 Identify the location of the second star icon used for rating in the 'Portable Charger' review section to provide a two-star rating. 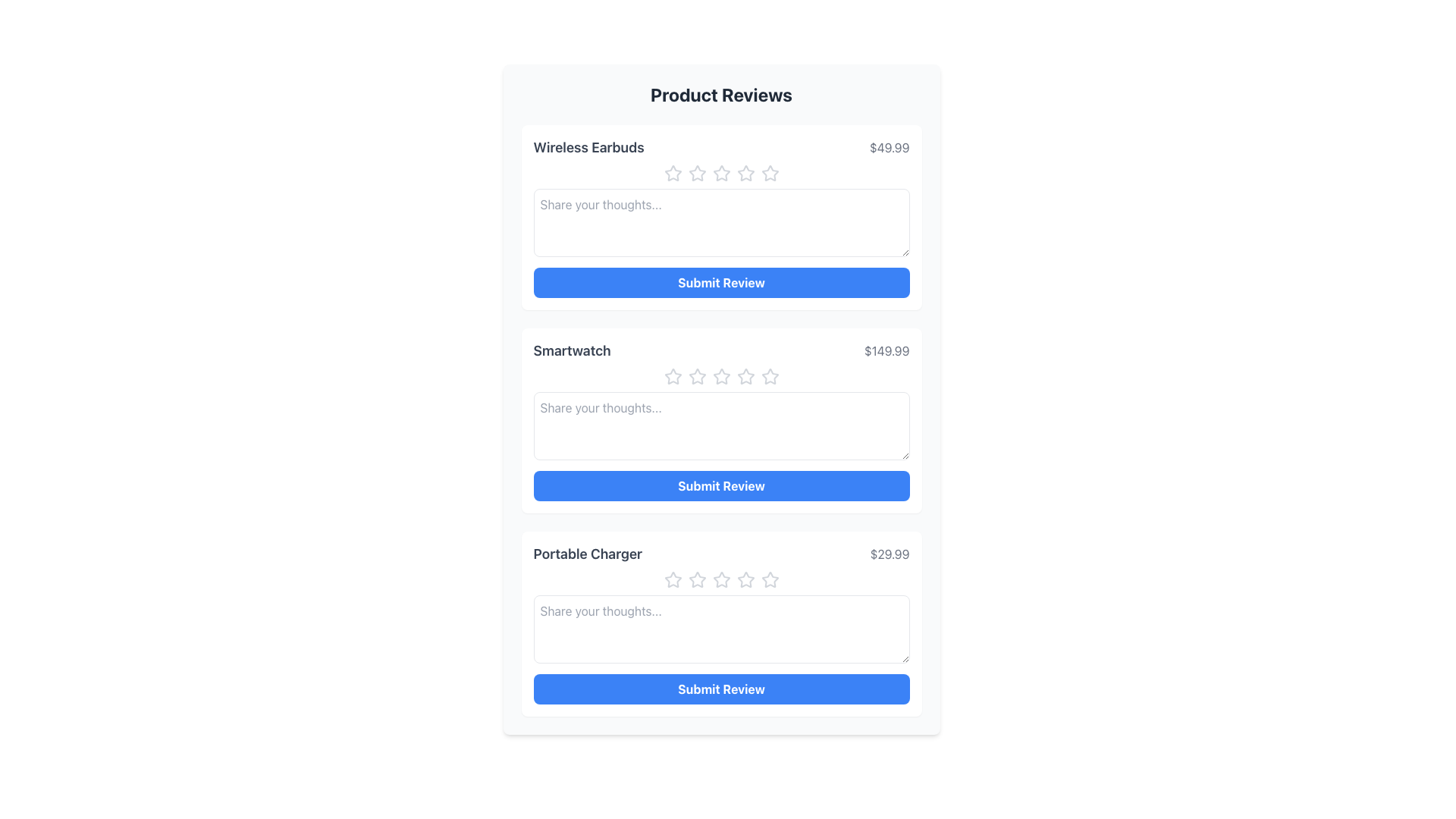
(696, 579).